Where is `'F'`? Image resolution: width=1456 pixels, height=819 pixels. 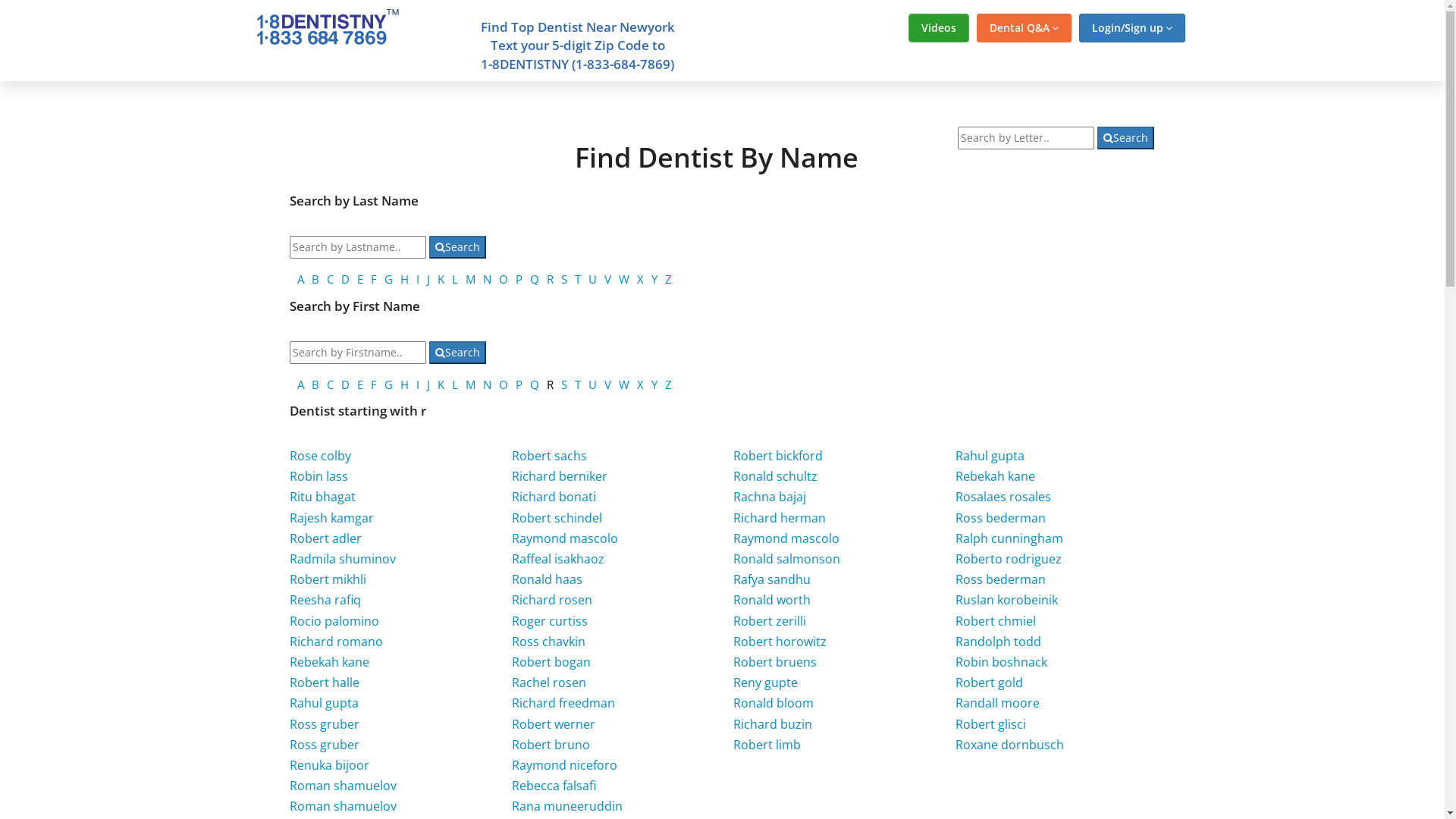
'F' is located at coordinates (374, 278).